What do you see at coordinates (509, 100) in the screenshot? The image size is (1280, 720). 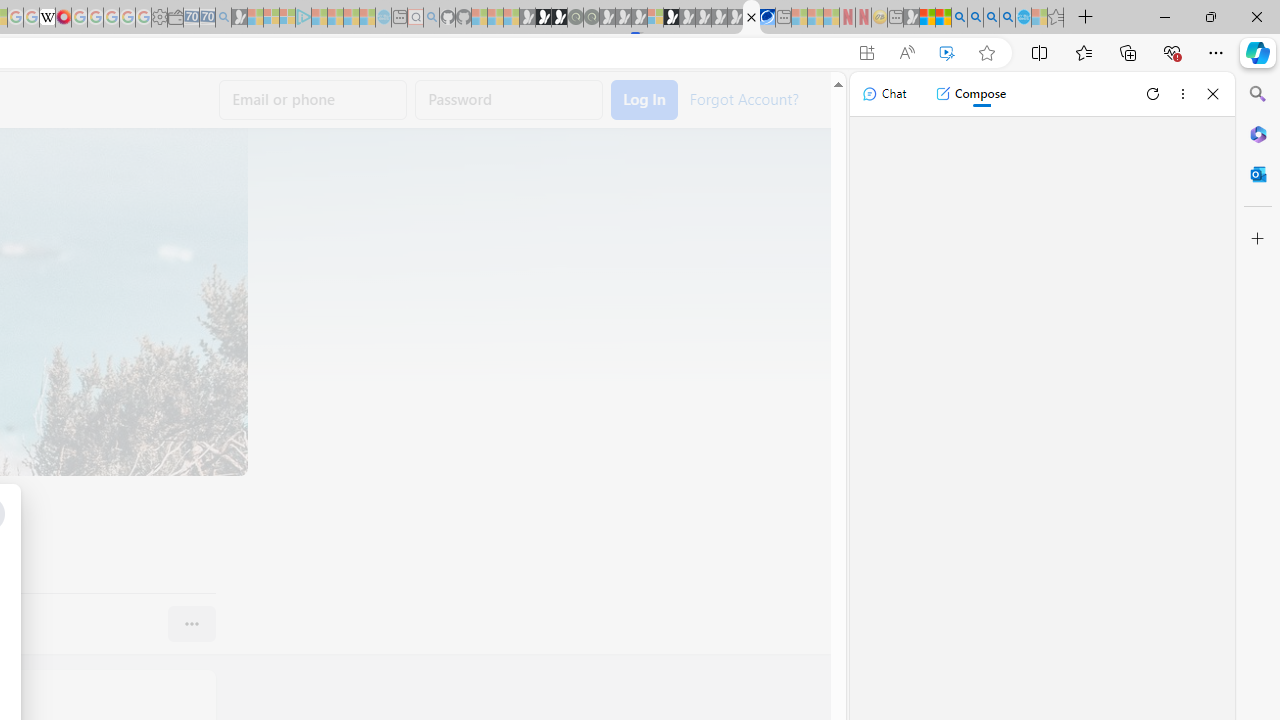 I see `'Password'` at bounding box center [509, 100].